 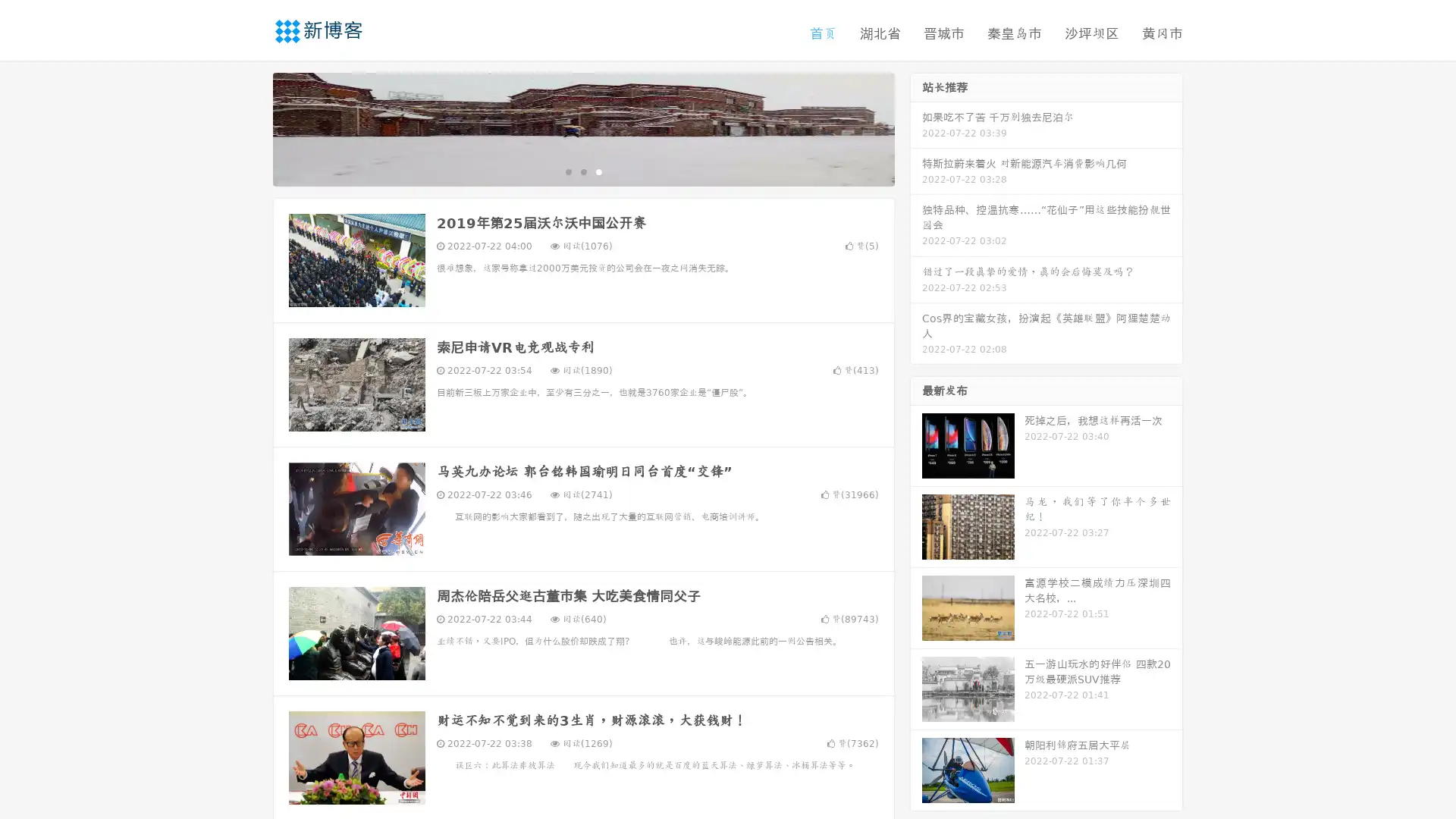 What do you see at coordinates (582, 171) in the screenshot?
I see `Go to slide 2` at bounding box center [582, 171].